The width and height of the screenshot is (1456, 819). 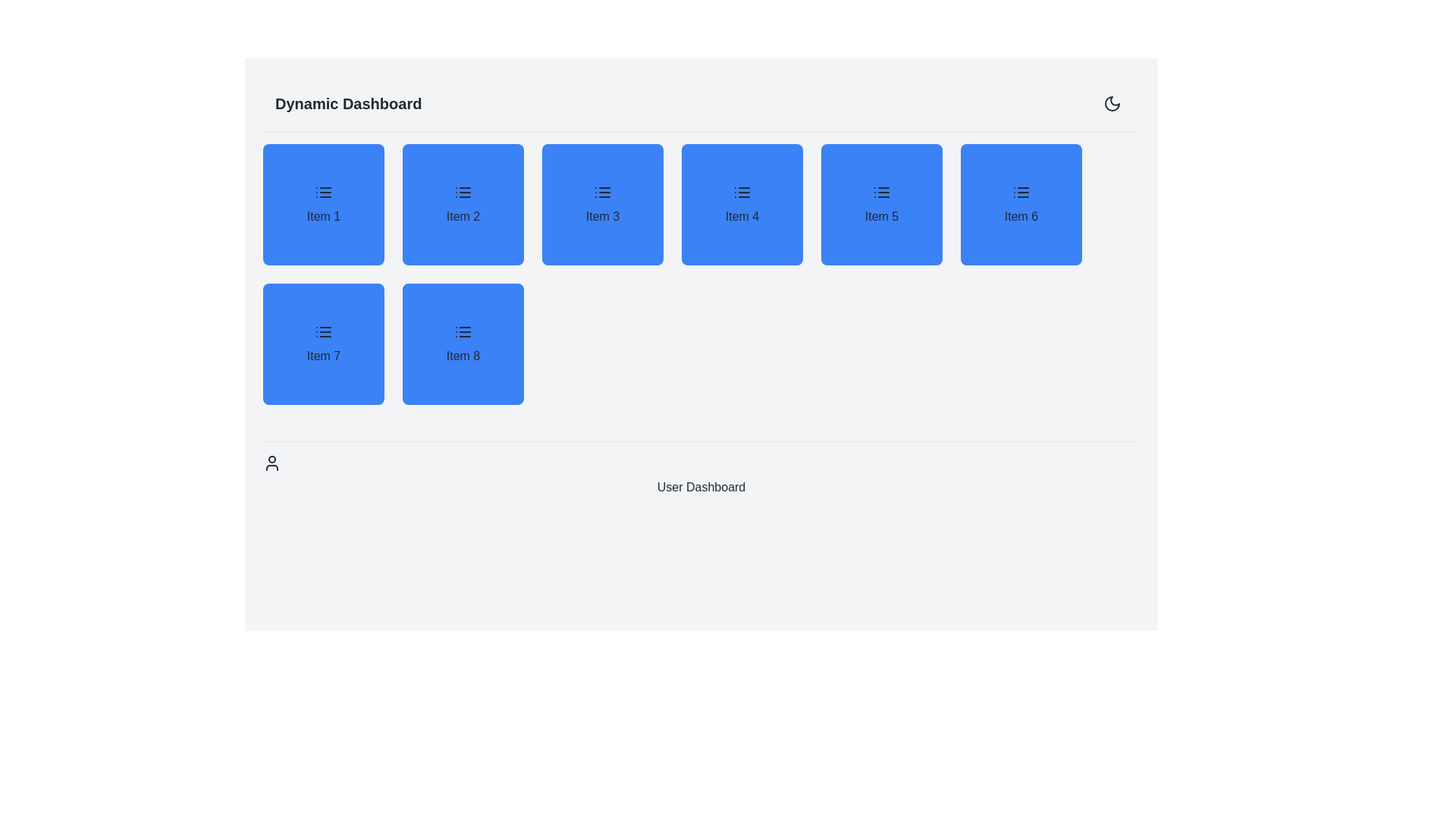 I want to click on the icon resembling three horizontal lines located in the bright blue rectangular card labeled 'Item 6', so click(x=1021, y=192).